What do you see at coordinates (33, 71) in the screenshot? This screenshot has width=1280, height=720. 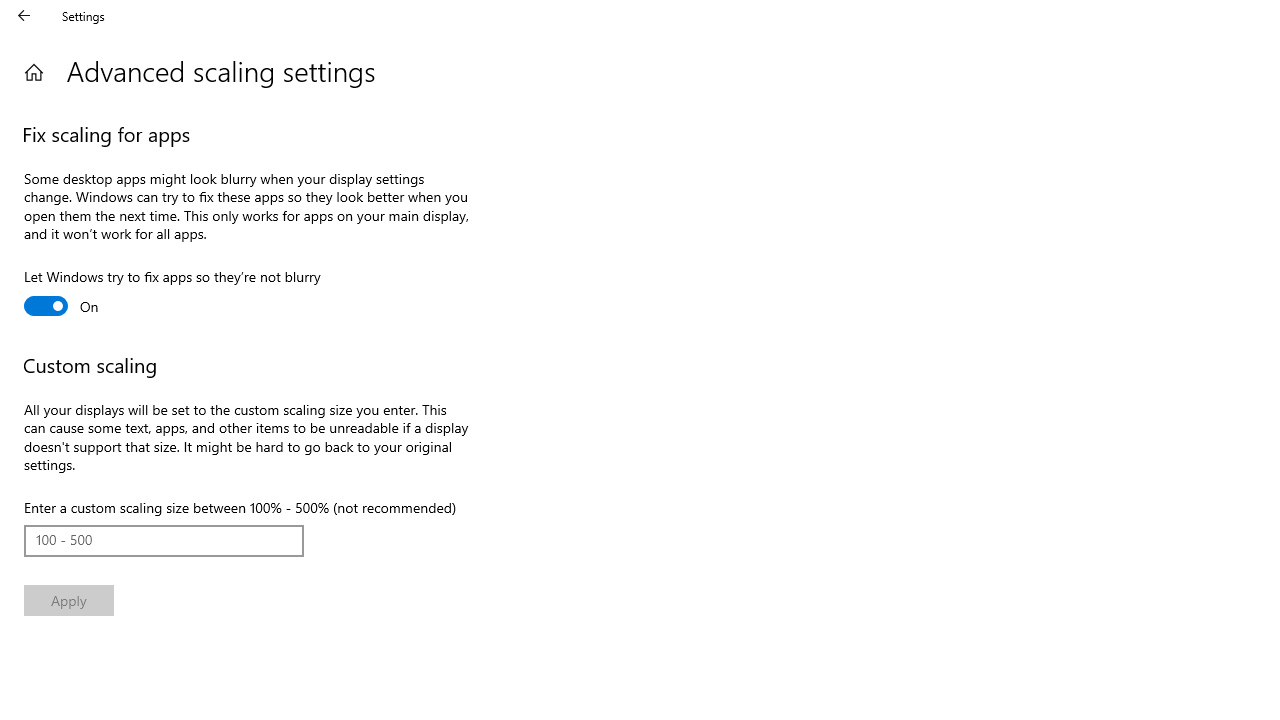 I see `'Home'` at bounding box center [33, 71].